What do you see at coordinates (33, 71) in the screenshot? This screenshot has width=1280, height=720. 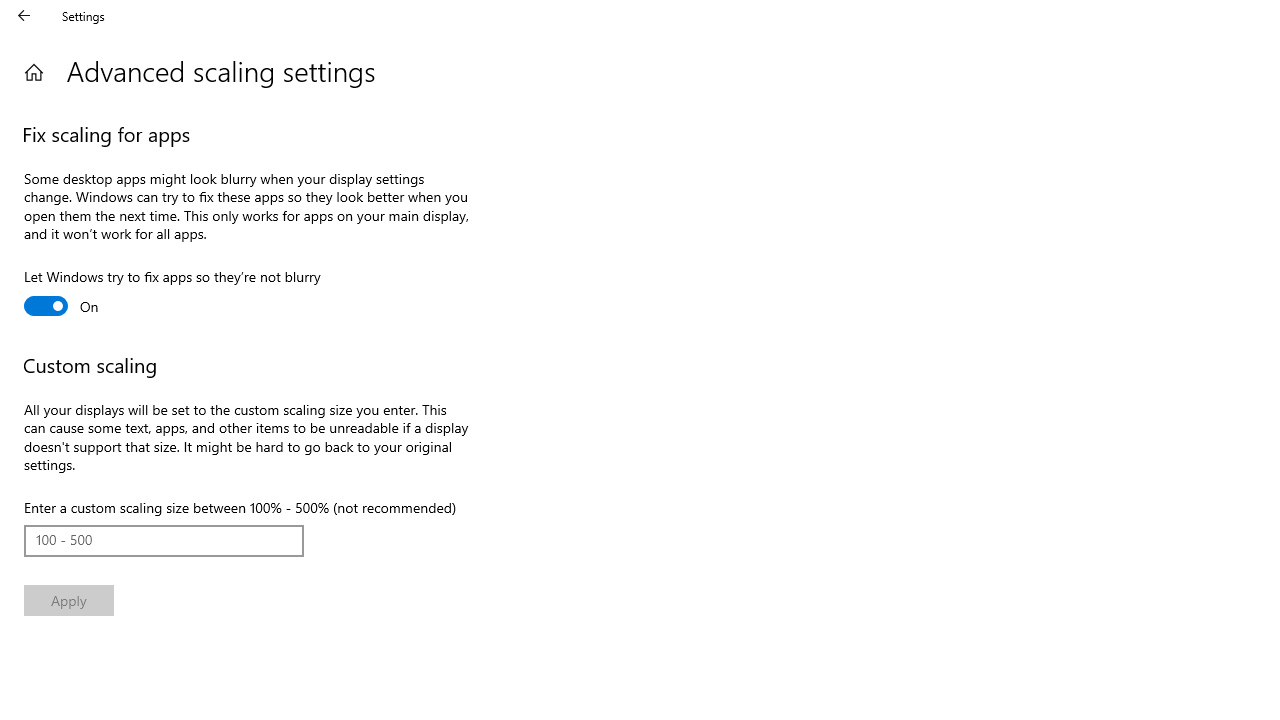 I see `'Home'` at bounding box center [33, 71].